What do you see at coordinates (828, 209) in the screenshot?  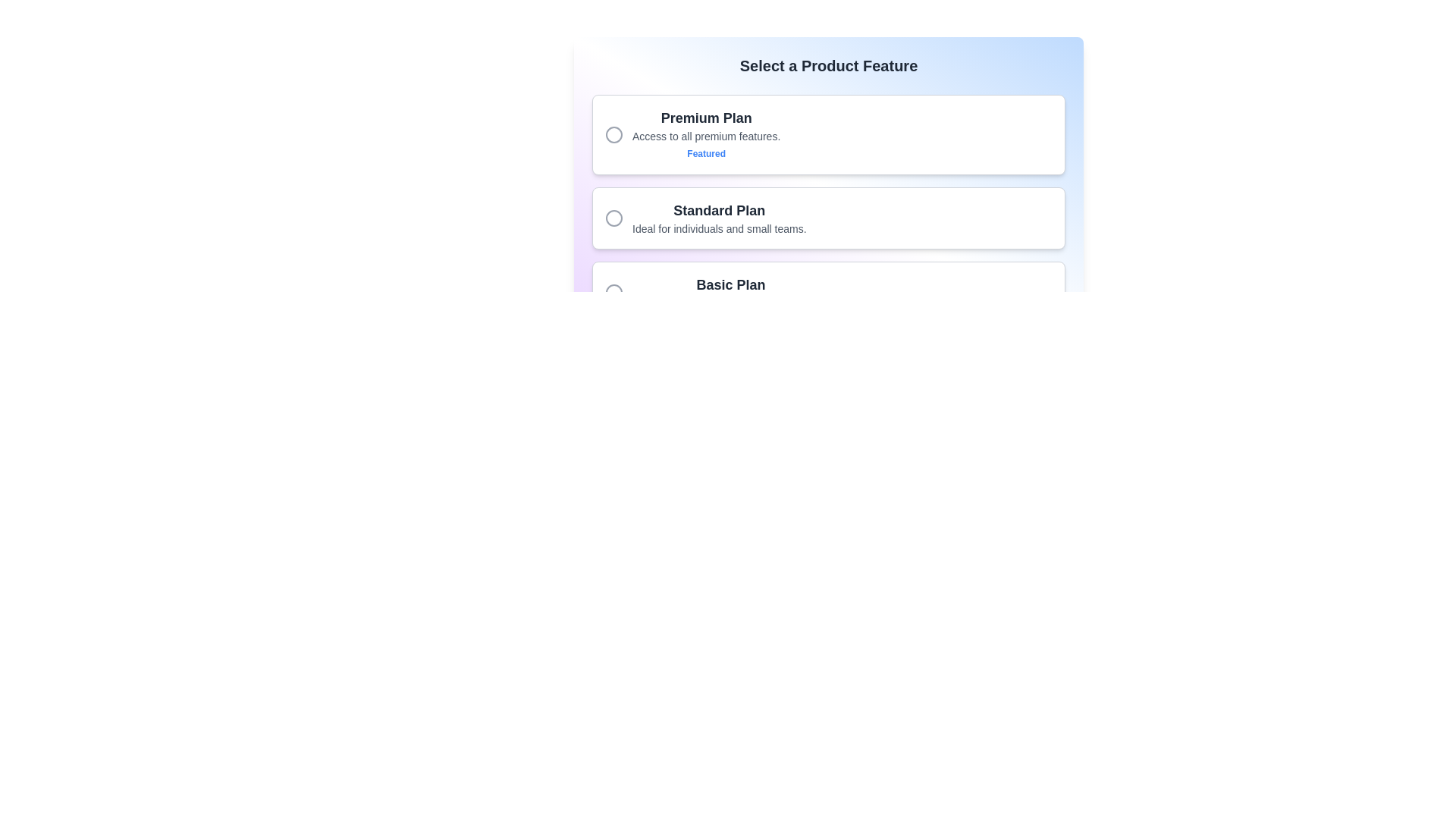 I see `details of the 'Standard Plan' in the product plans option selector, which is the second item in a vertically stacked layout of plans` at bounding box center [828, 209].